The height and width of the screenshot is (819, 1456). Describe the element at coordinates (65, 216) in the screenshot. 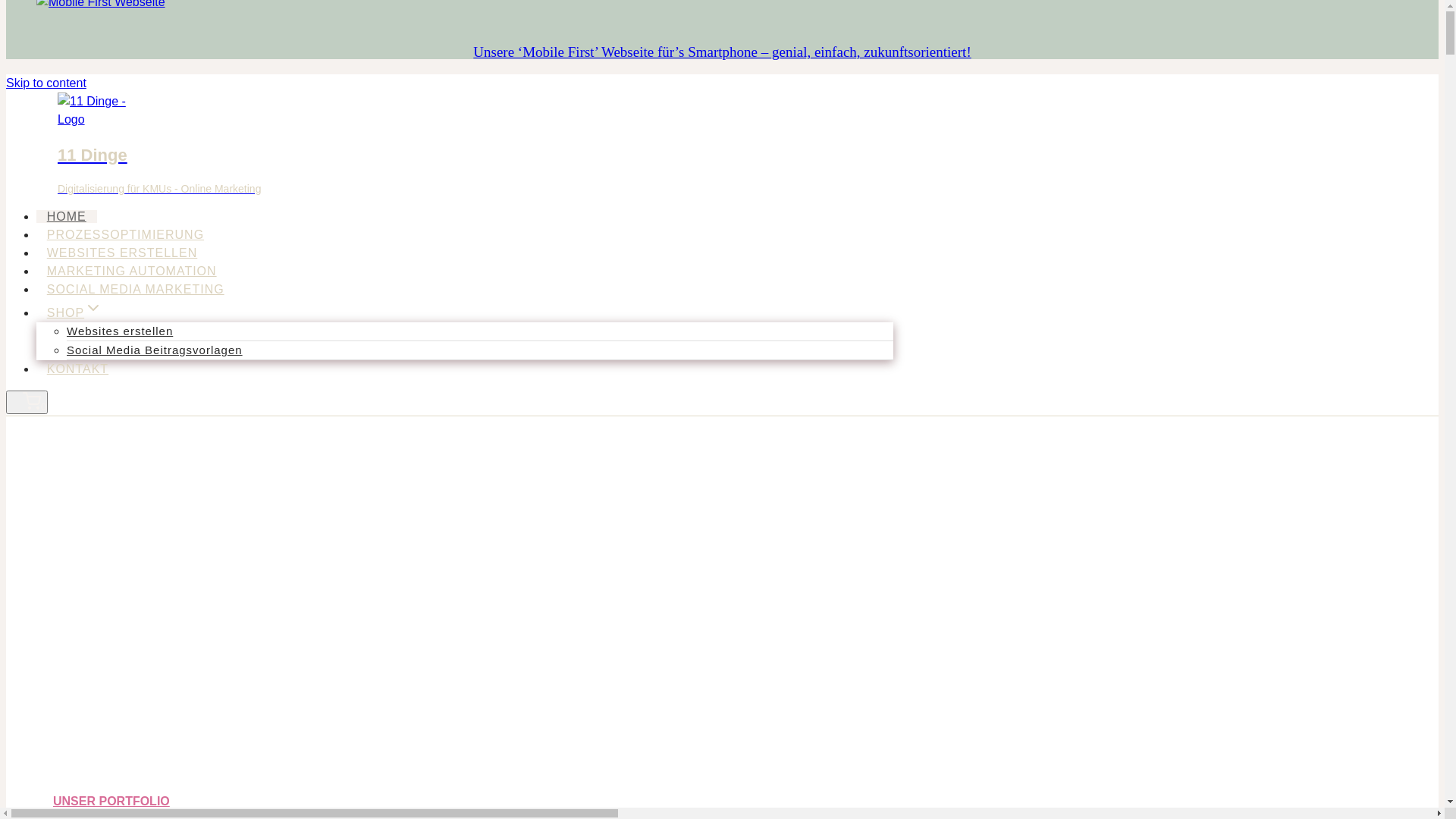

I see `'HOME'` at that location.